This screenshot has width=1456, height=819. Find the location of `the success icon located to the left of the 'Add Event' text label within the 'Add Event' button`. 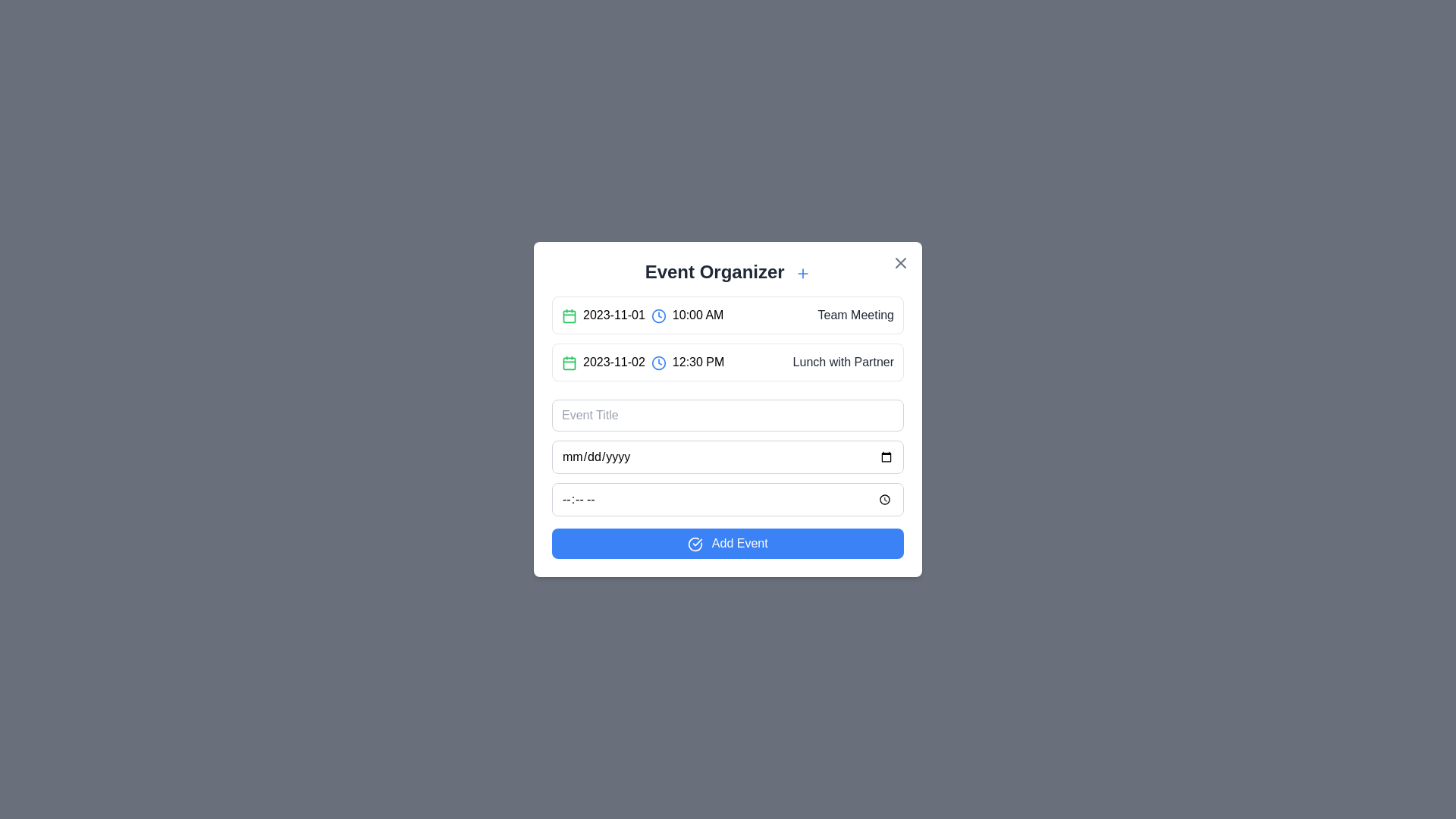

the success icon located to the left of the 'Add Event' text label within the 'Add Event' button is located at coordinates (695, 543).